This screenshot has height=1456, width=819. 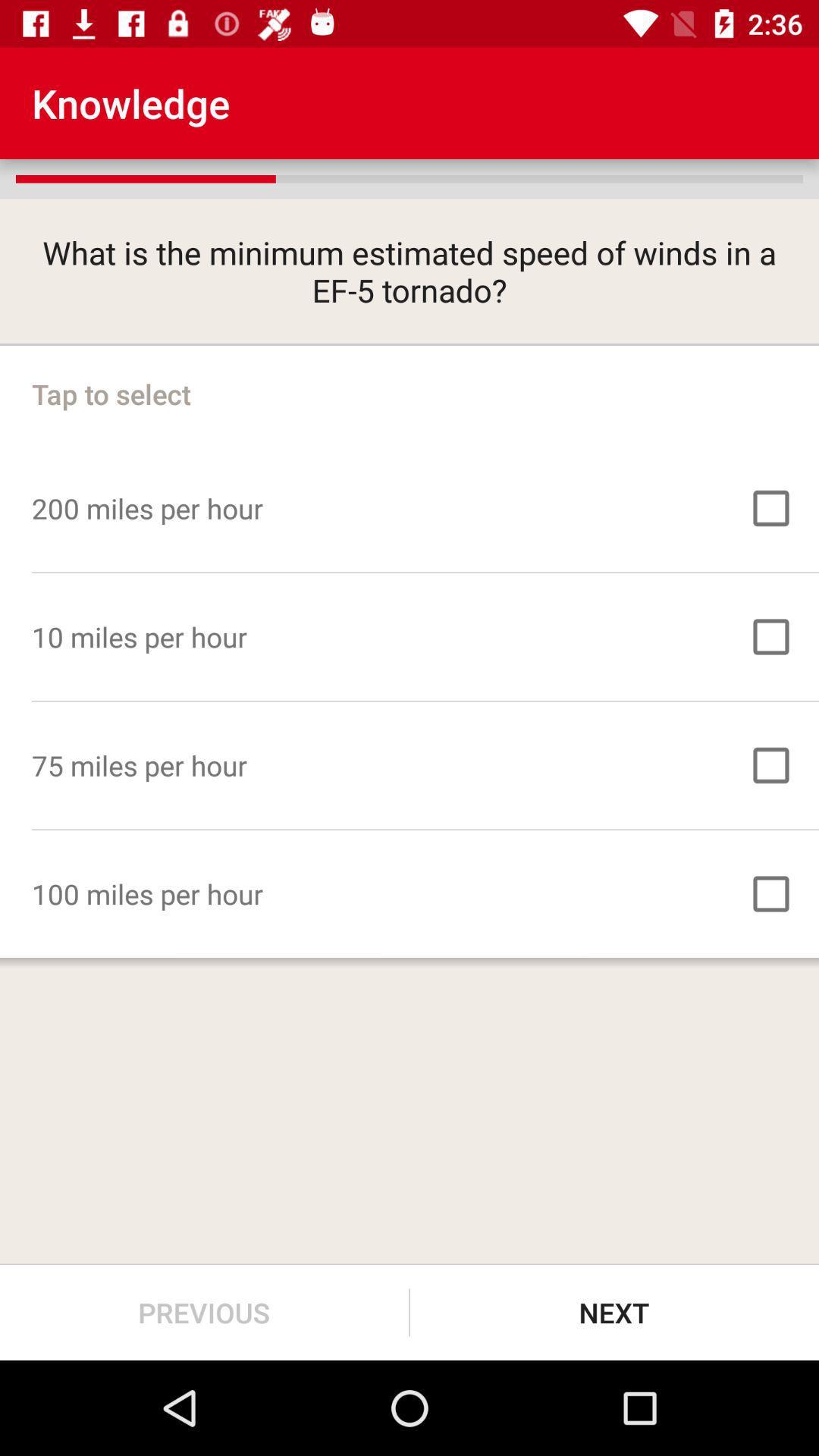 I want to click on next at the bottom right corner, so click(x=614, y=1312).